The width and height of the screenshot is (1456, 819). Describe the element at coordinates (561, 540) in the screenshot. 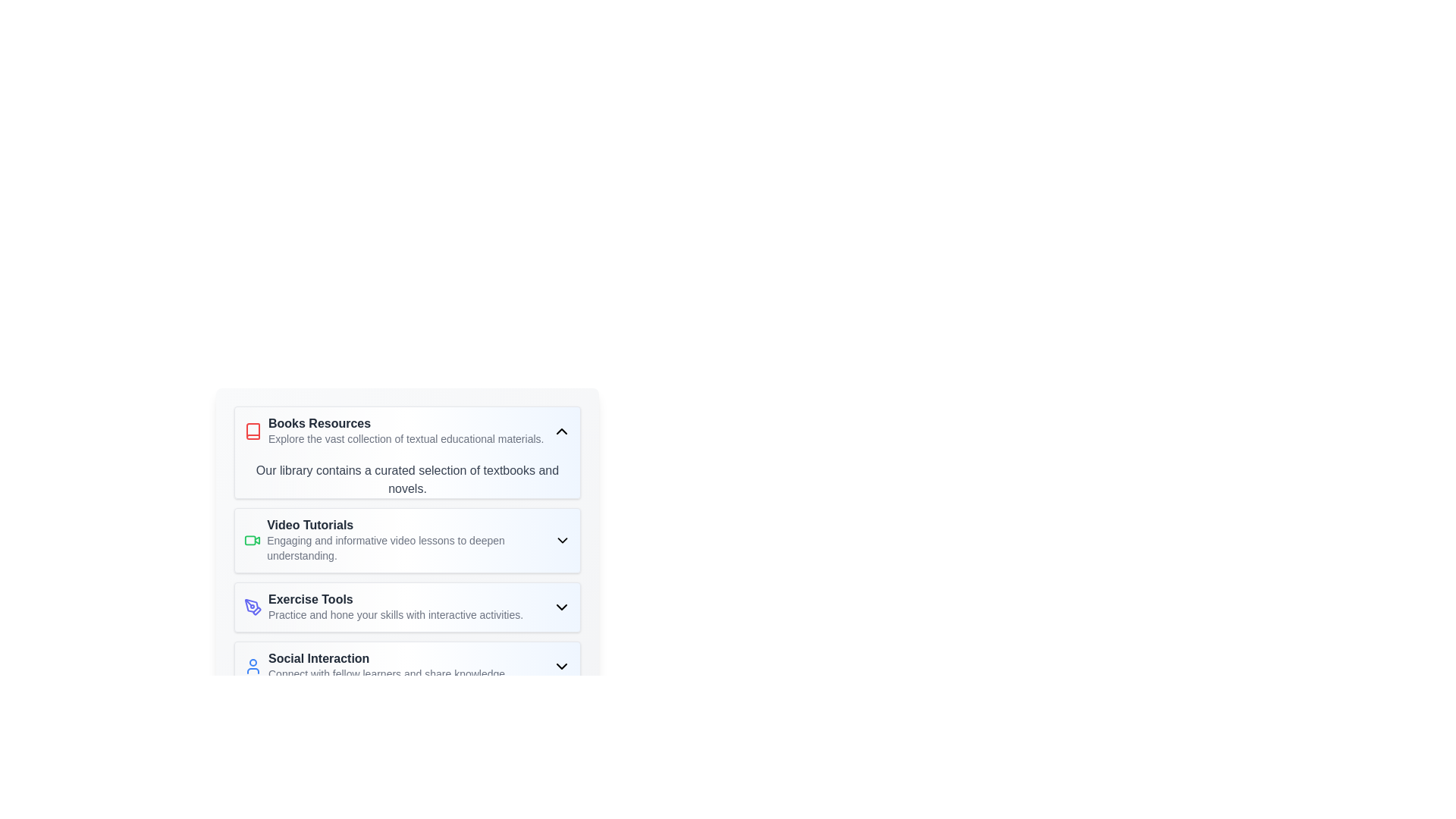

I see `the Chevron icon located on the far right end of the row labeled 'Video Tutorials'` at that location.